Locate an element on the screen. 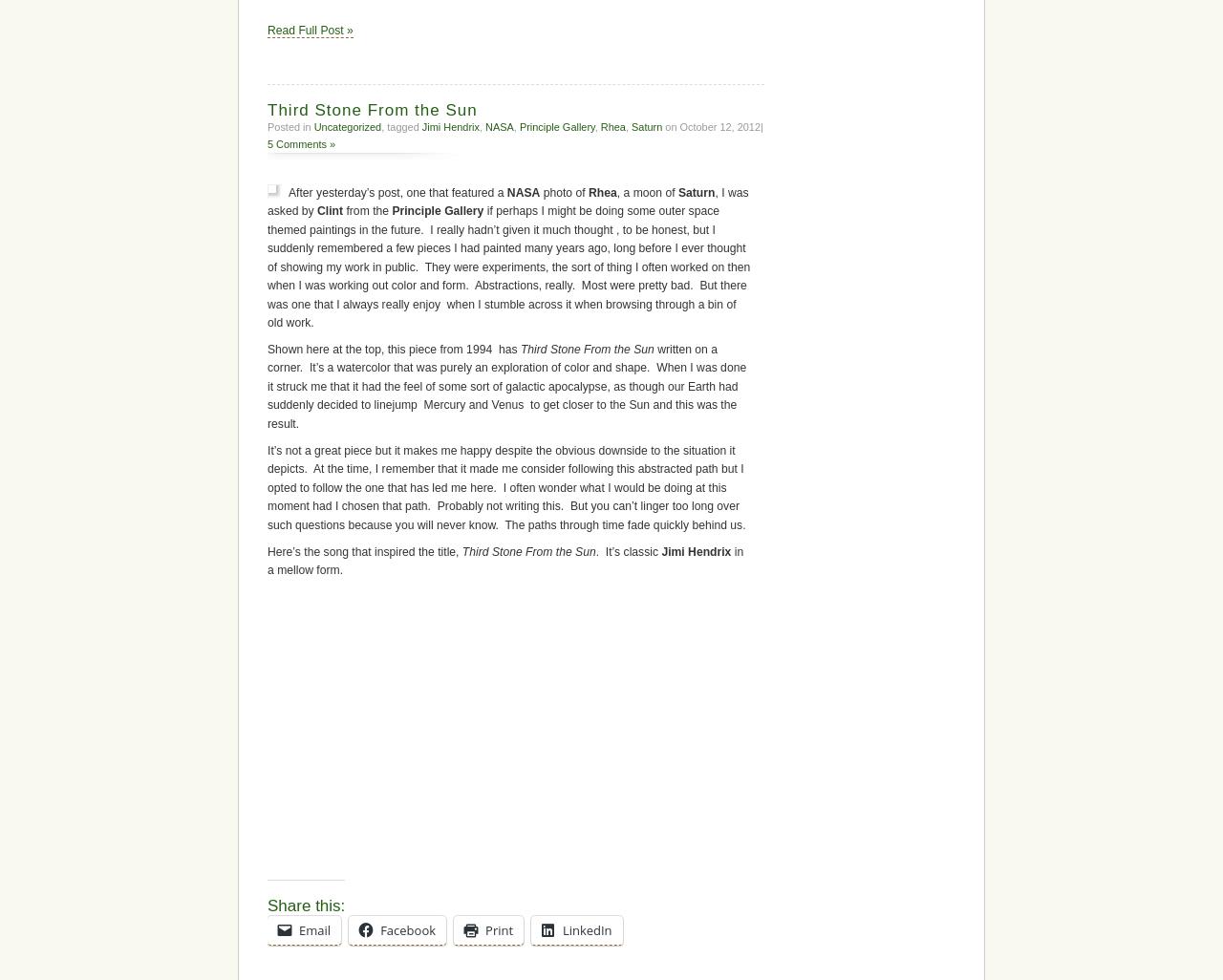 The height and width of the screenshot is (980, 1223). ', a moon of' is located at coordinates (593, 628).